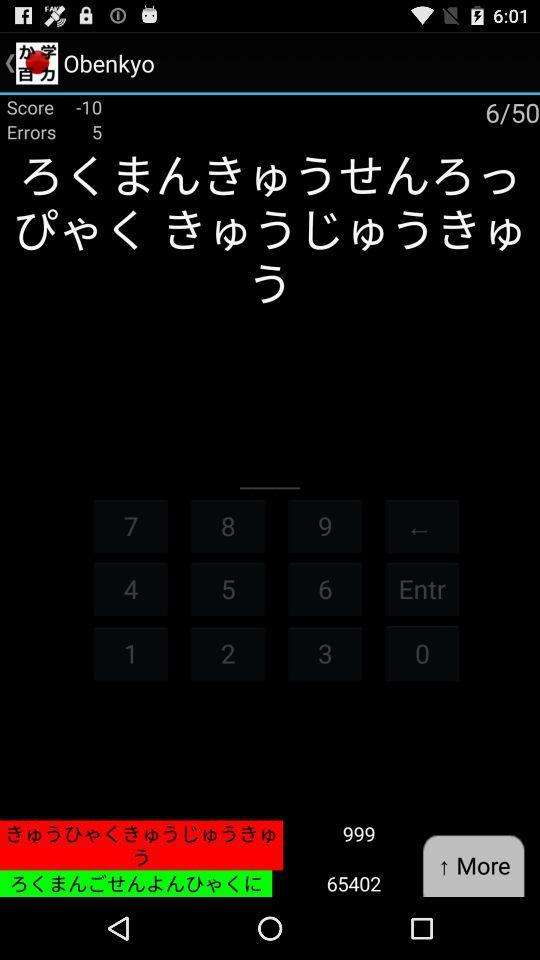 The width and height of the screenshot is (540, 960). What do you see at coordinates (226, 652) in the screenshot?
I see `the 2 item` at bounding box center [226, 652].